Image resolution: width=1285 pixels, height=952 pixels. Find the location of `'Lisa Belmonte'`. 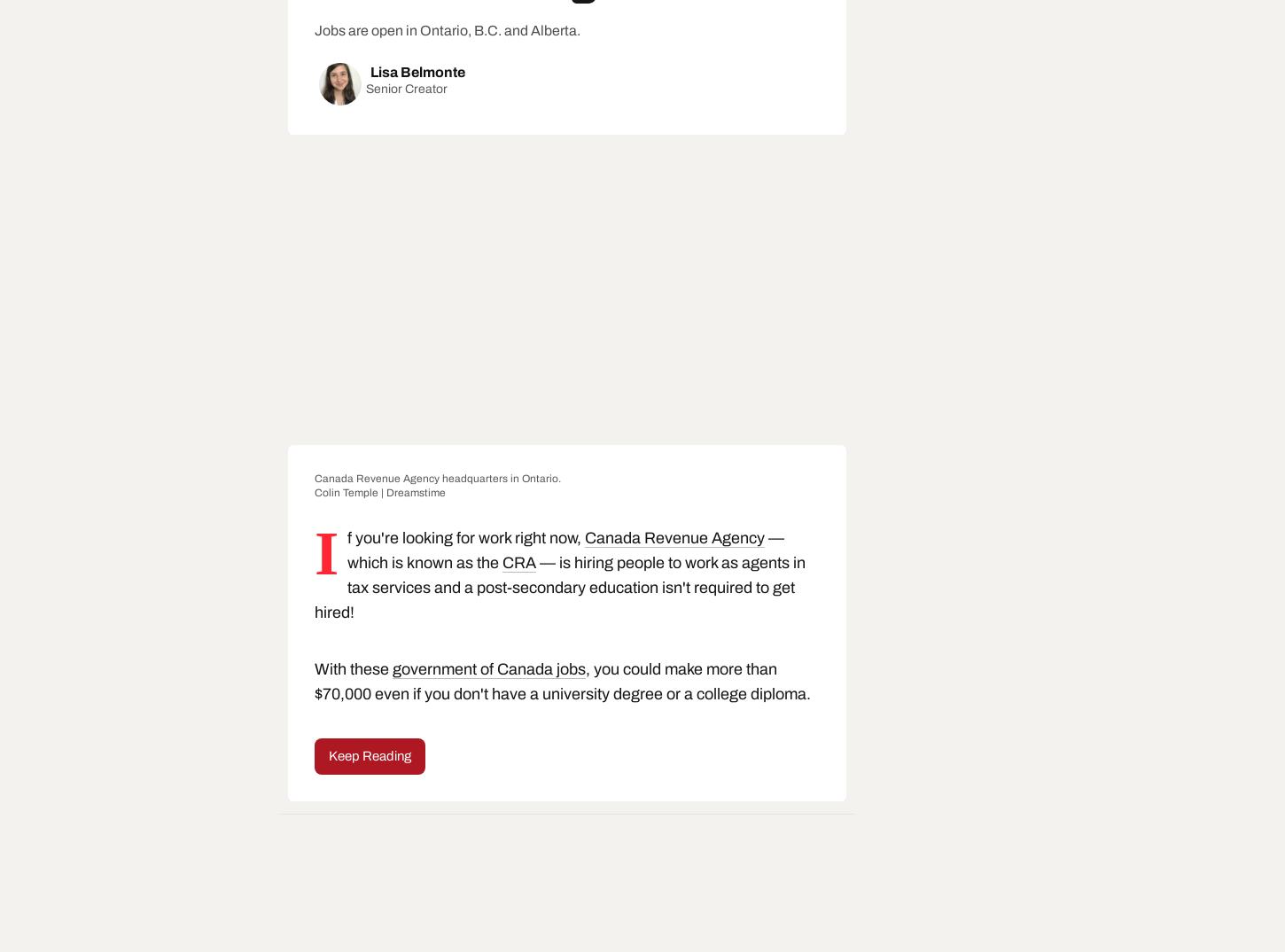

'Lisa Belmonte' is located at coordinates (417, 72).